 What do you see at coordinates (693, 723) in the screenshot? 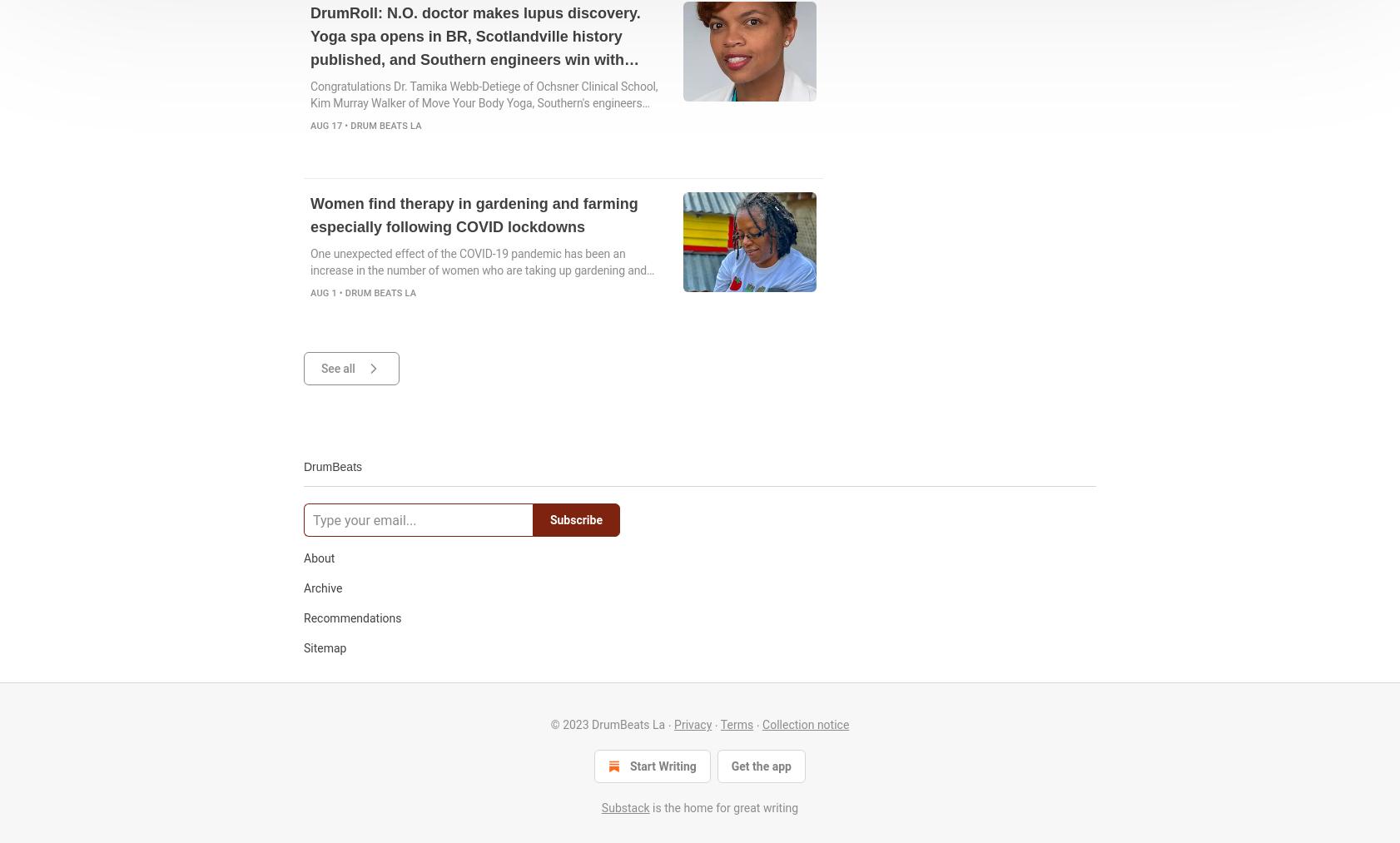
I see `'Privacy'` at bounding box center [693, 723].